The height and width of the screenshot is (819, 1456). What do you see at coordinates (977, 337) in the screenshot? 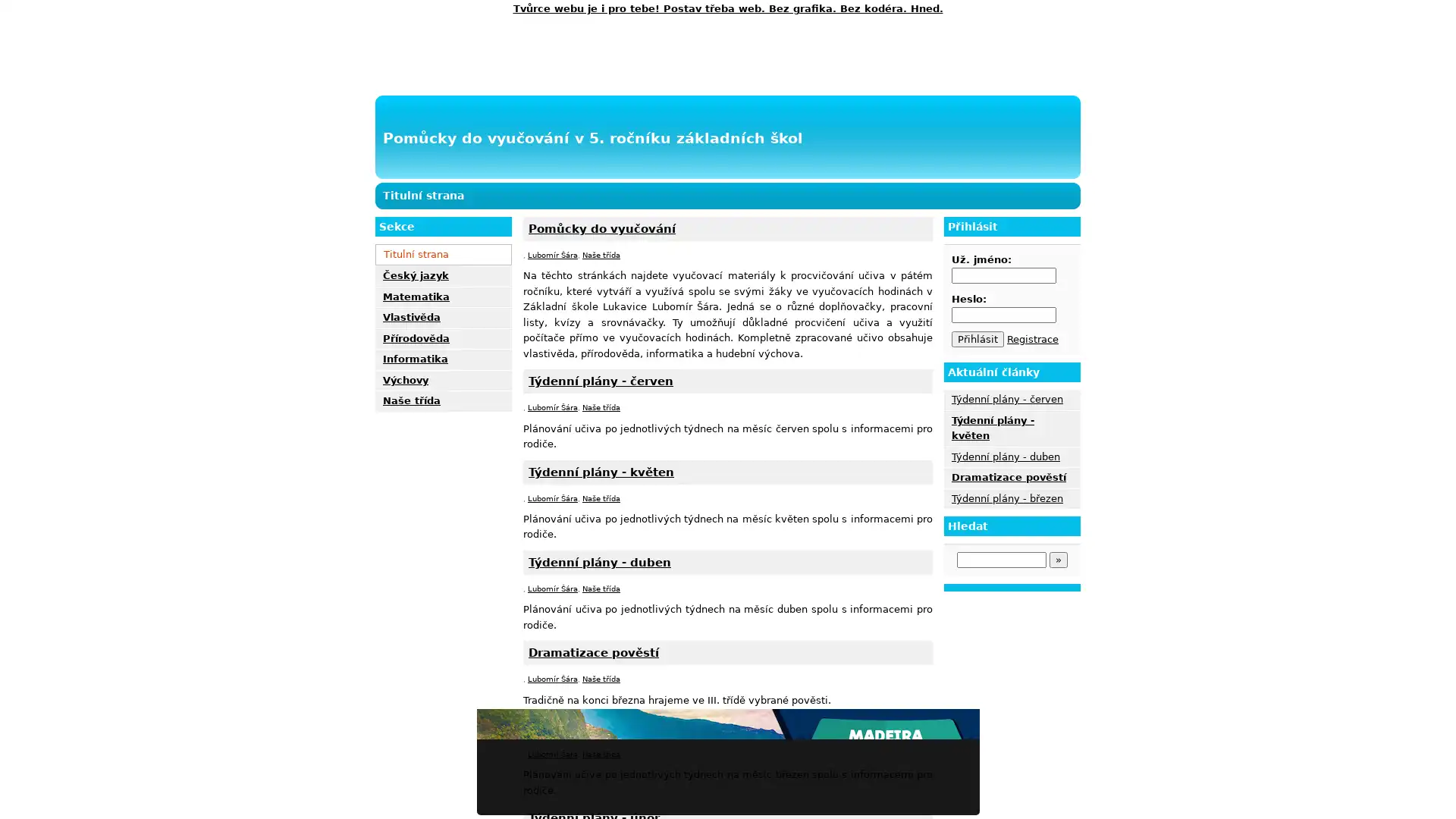
I see `Prihlasit` at bounding box center [977, 337].